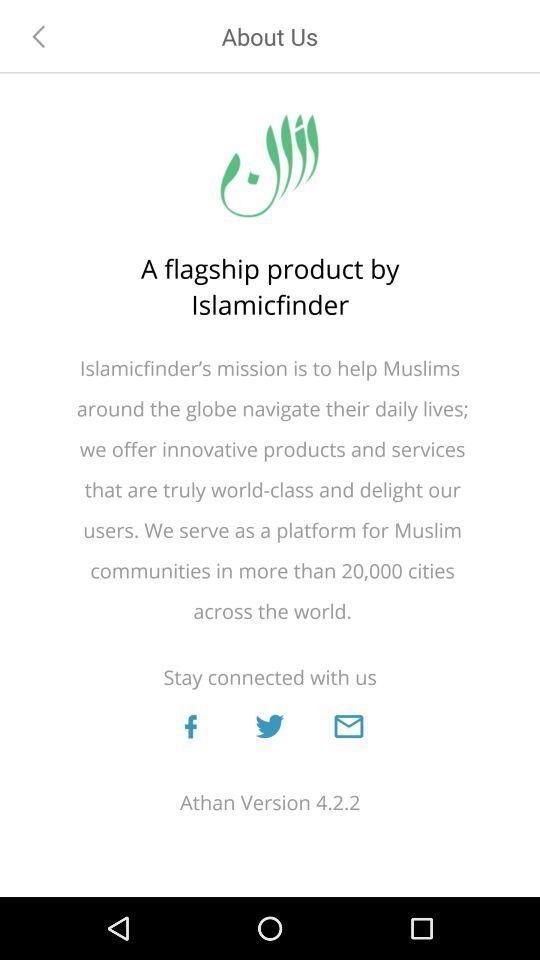 The image size is (540, 960). What do you see at coordinates (190, 725) in the screenshot?
I see `click for facebook` at bounding box center [190, 725].